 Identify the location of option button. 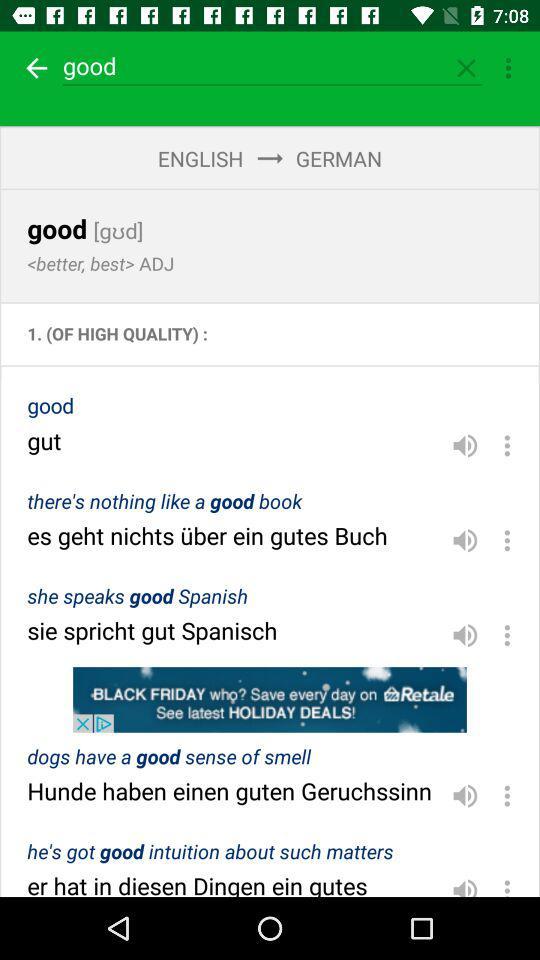
(507, 445).